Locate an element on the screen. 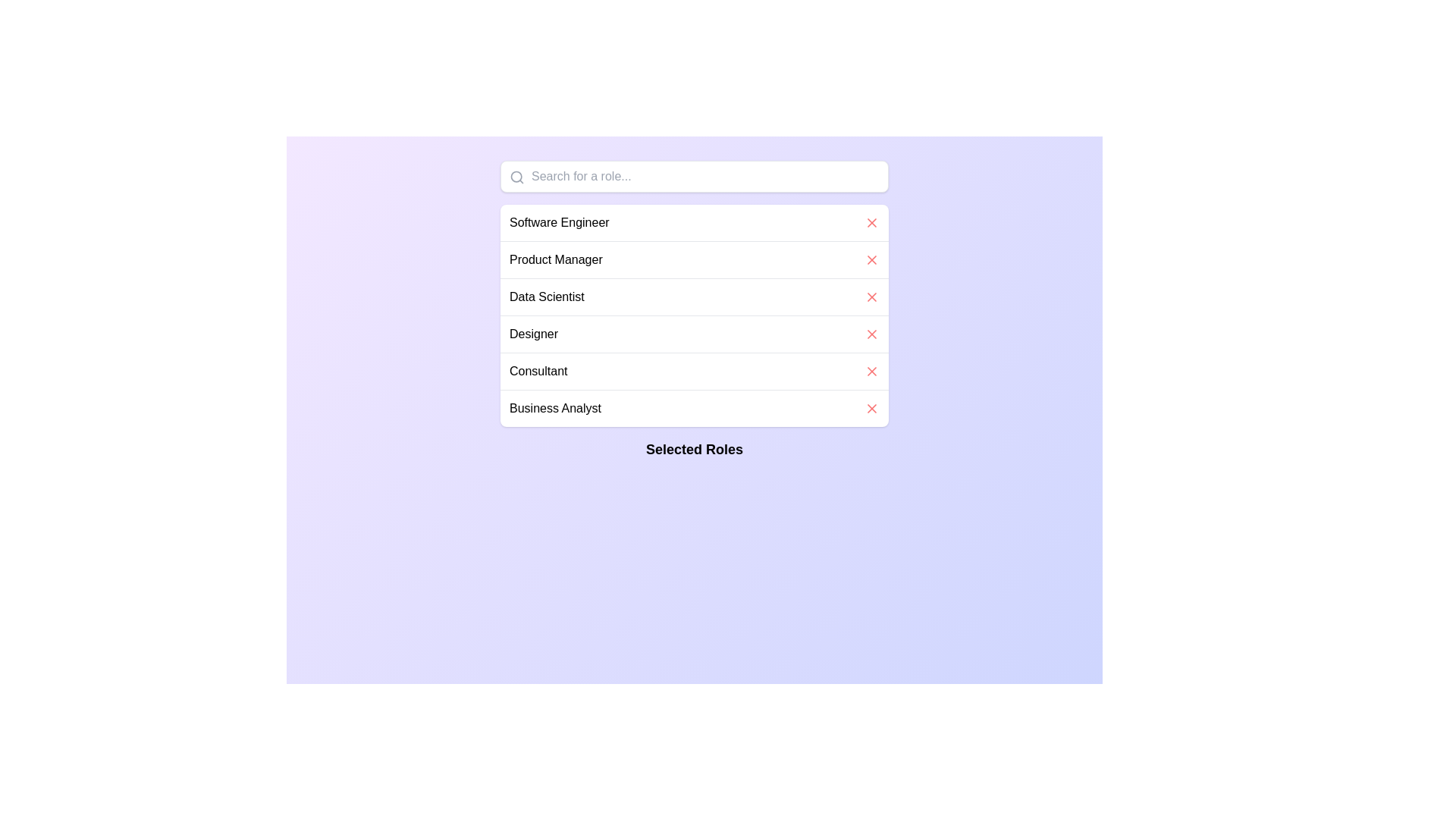  the fourth list item labeled 'Designer' is located at coordinates (694, 332).